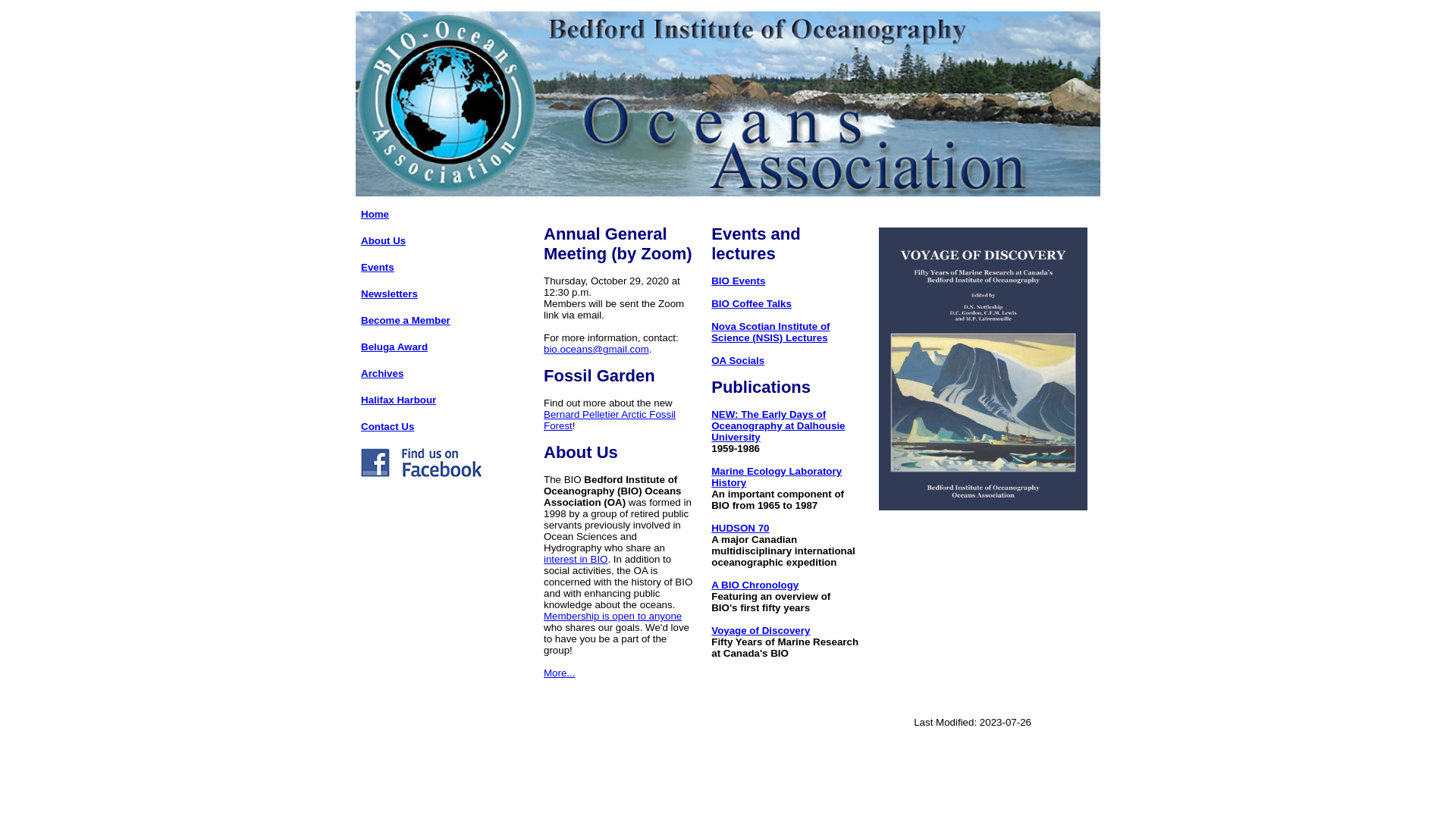 The height and width of the screenshot is (819, 1456). Describe the element at coordinates (378, 266) in the screenshot. I see `'Events'` at that location.